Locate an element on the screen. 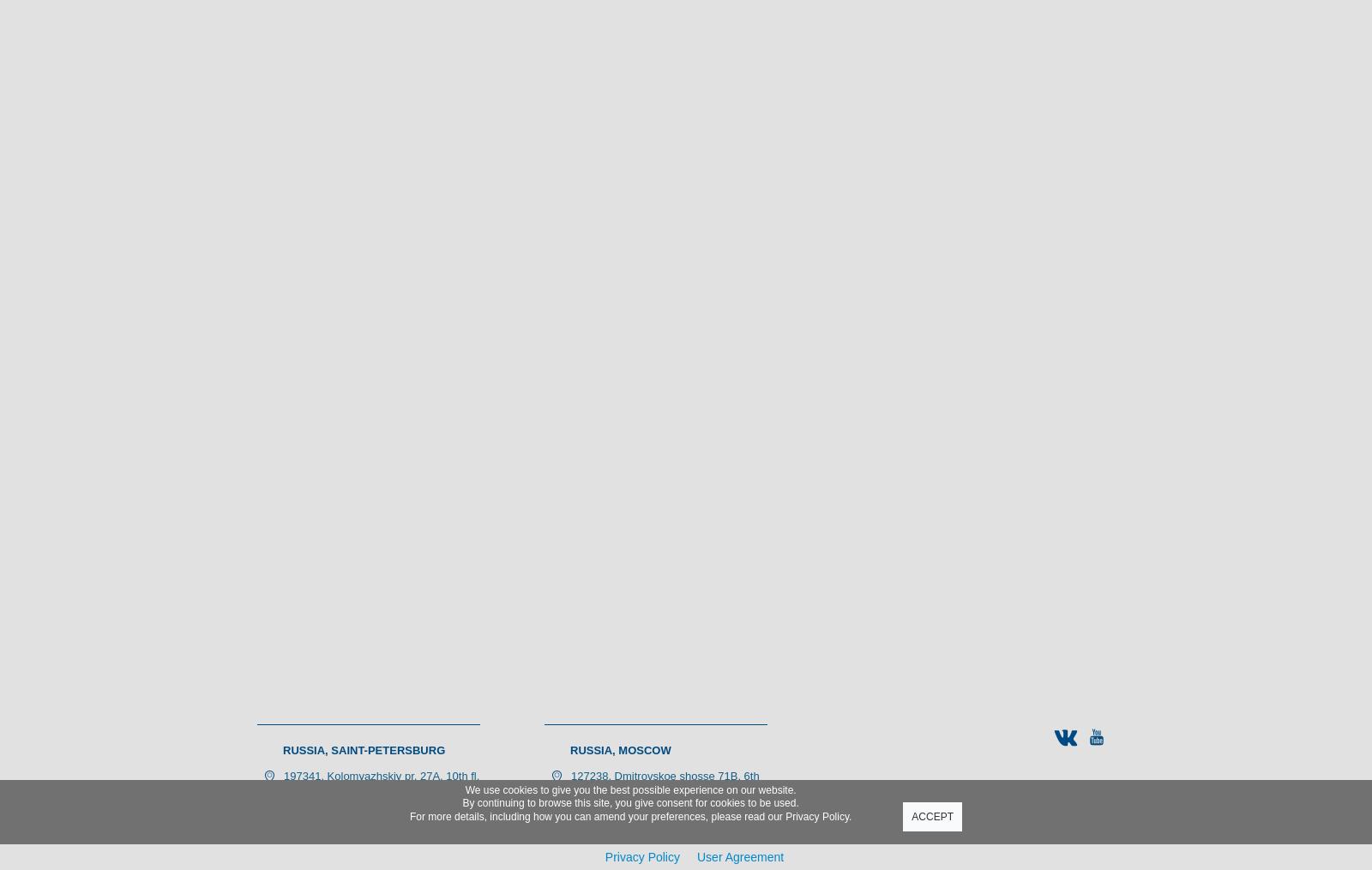  'moscow@hydravia.ru' is located at coordinates (624, 827).